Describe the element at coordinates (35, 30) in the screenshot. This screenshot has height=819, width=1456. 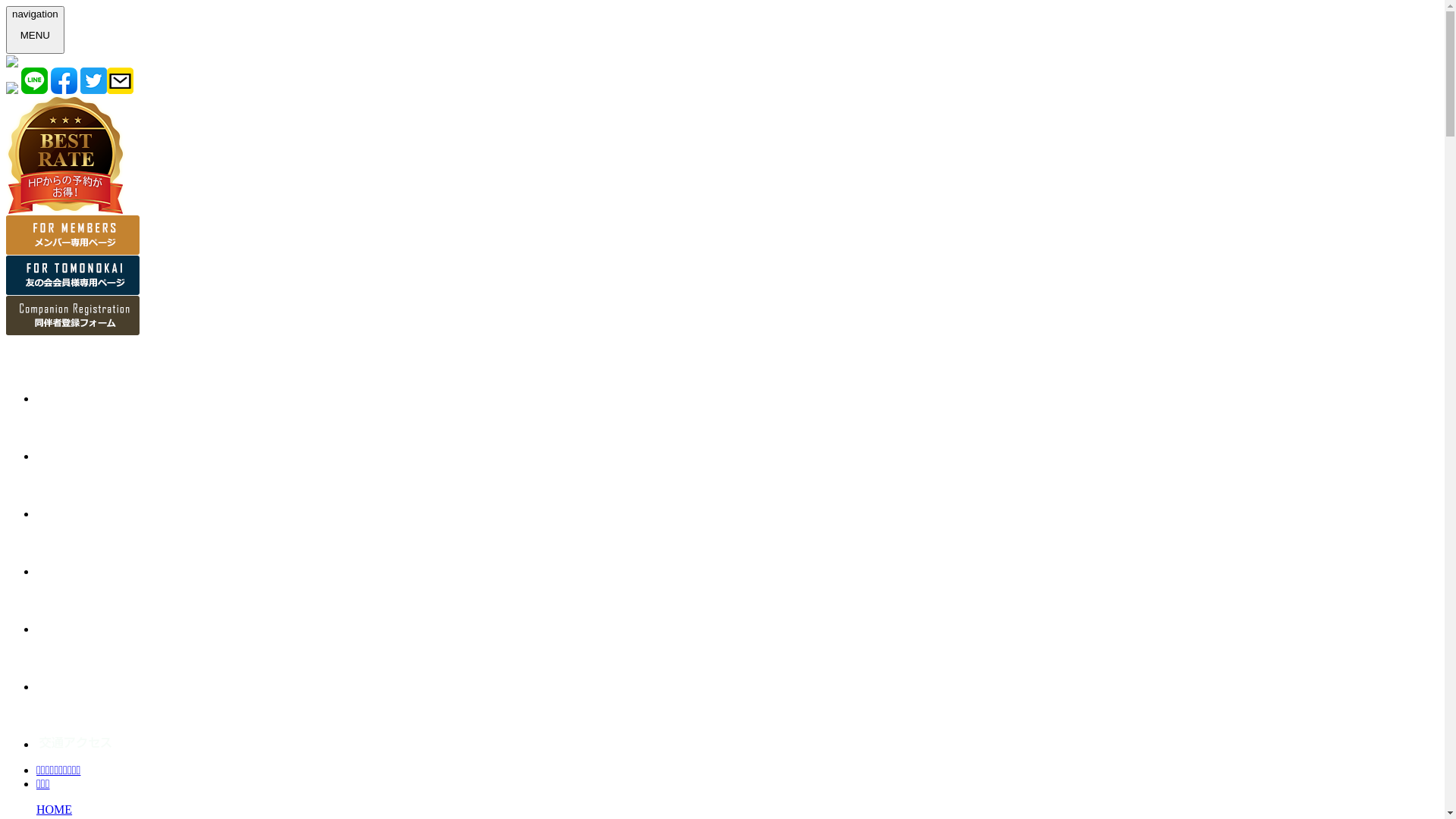
I see `'navigation` at that location.